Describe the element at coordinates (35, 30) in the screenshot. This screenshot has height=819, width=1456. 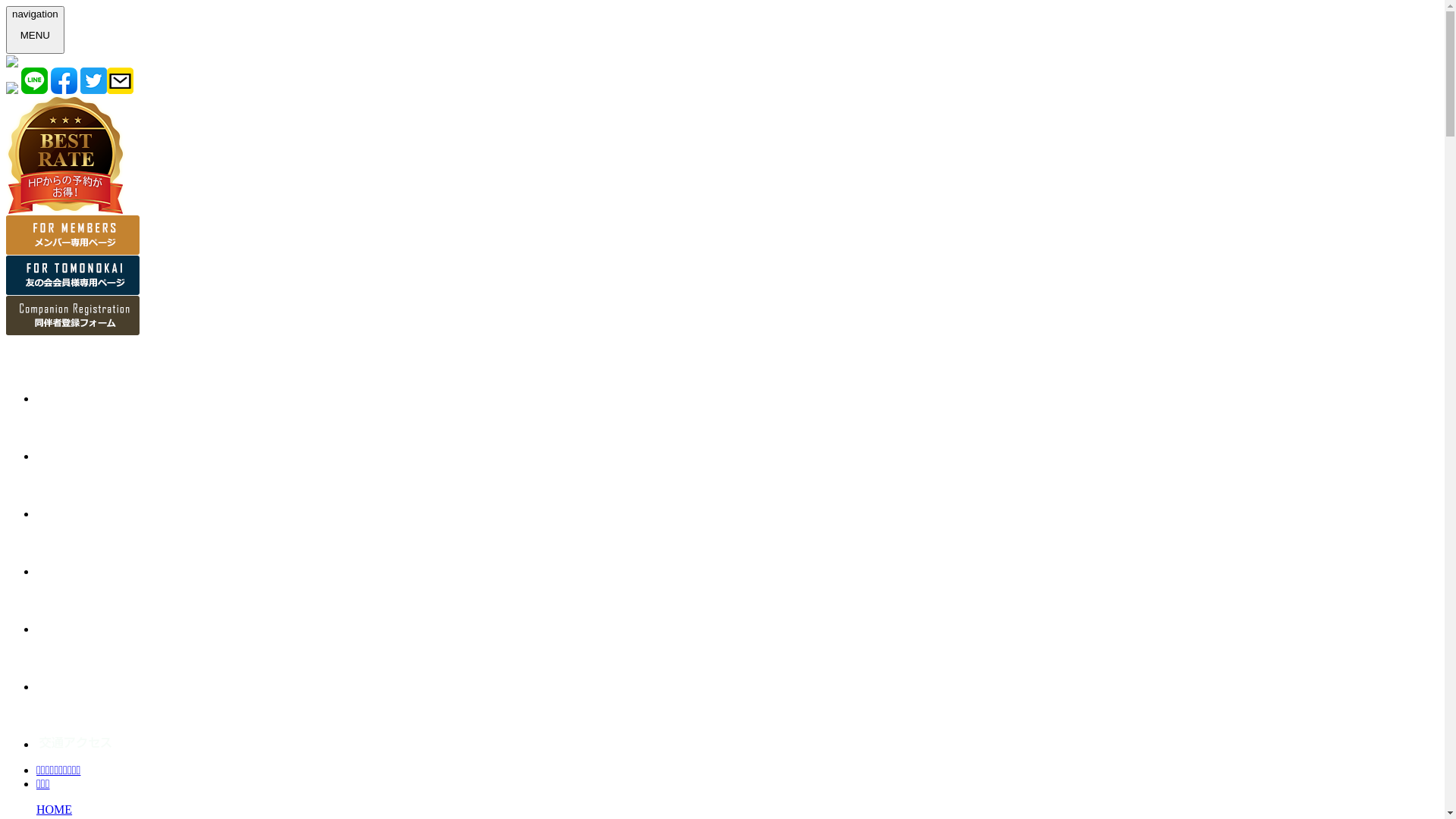
I see `'navigation` at that location.